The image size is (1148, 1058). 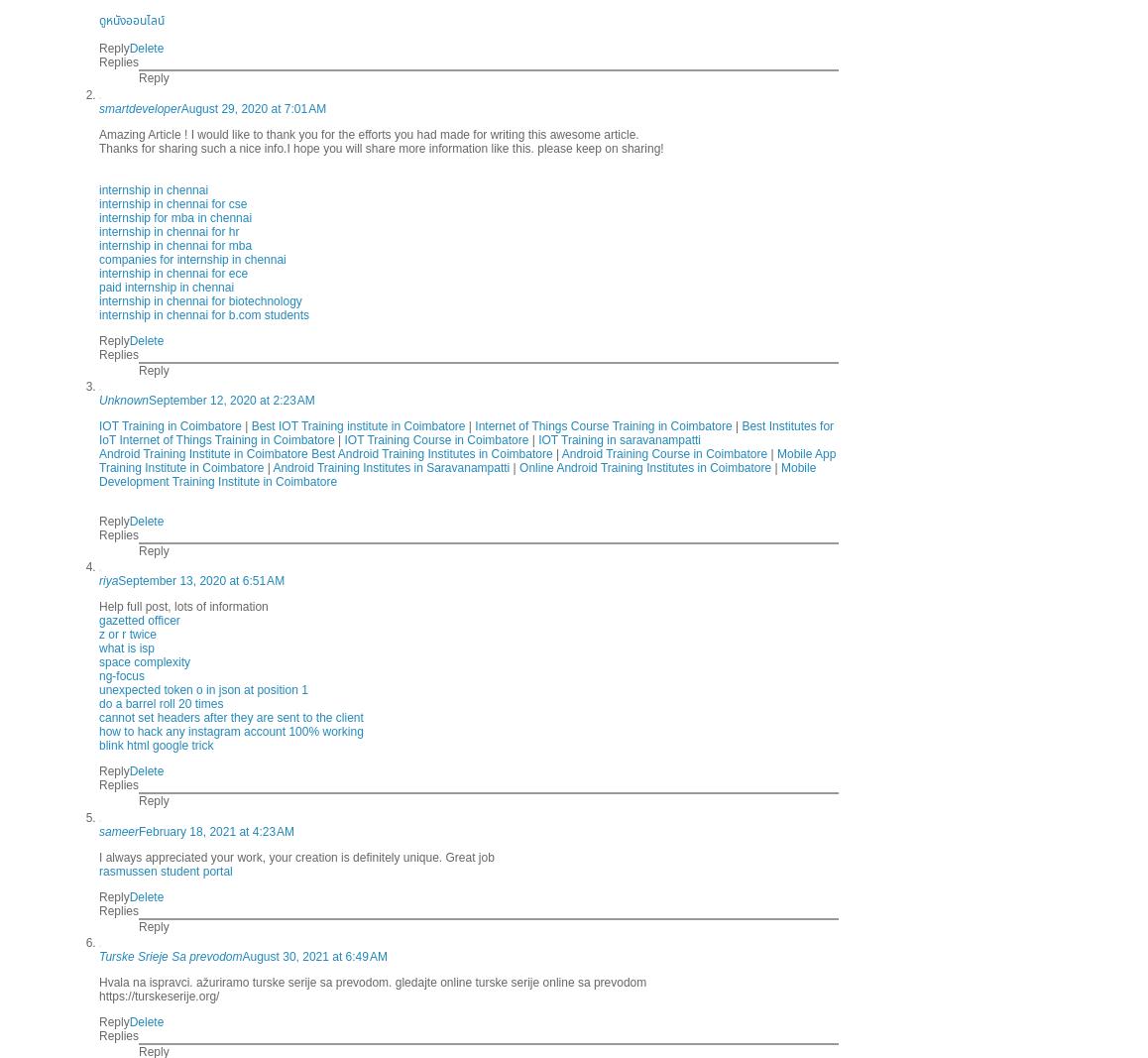 What do you see at coordinates (125, 647) in the screenshot?
I see `'what is isp'` at bounding box center [125, 647].